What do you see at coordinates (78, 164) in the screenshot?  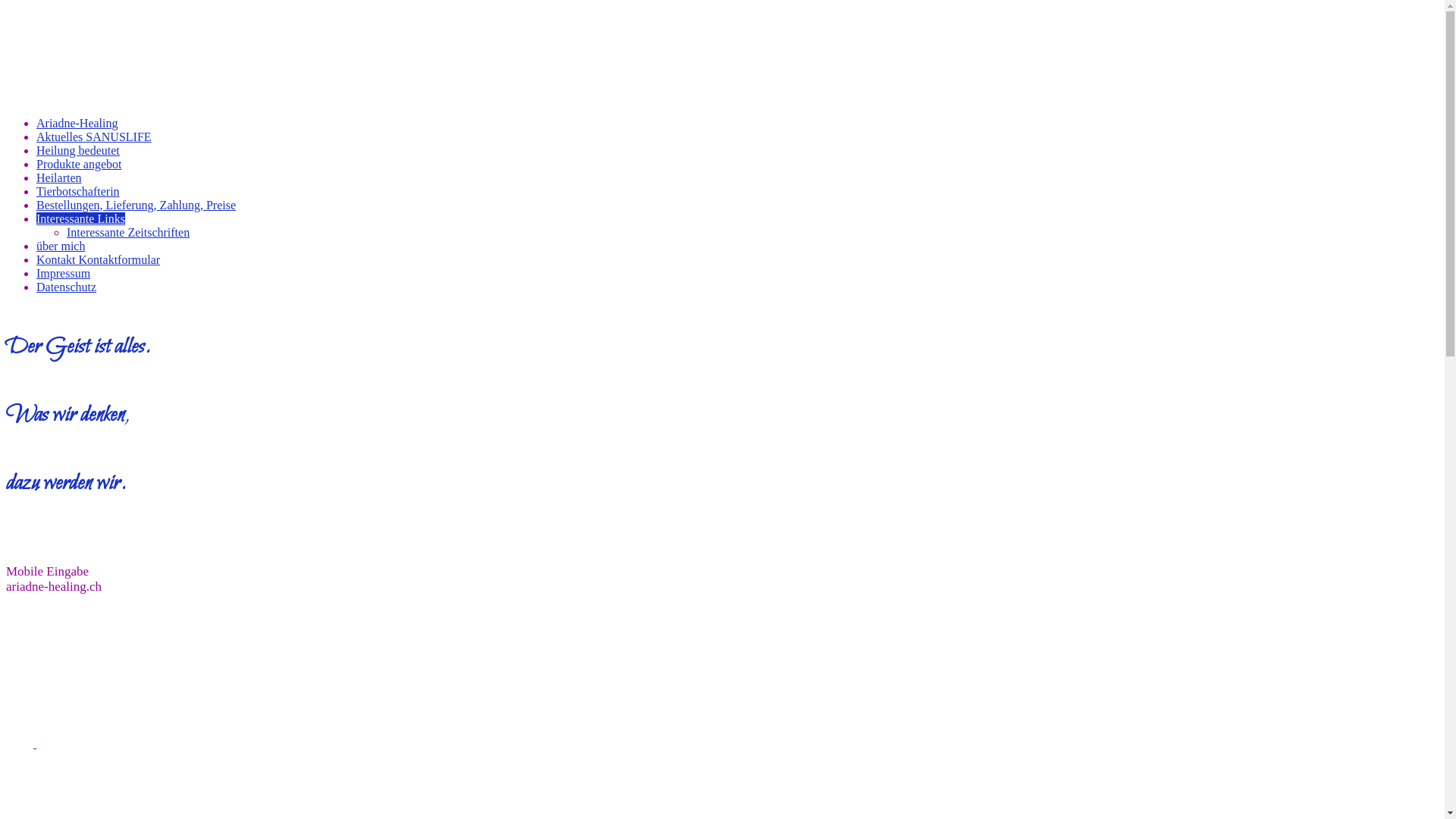 I see `'Produkte angebot'` at bounding box center [78, 164].